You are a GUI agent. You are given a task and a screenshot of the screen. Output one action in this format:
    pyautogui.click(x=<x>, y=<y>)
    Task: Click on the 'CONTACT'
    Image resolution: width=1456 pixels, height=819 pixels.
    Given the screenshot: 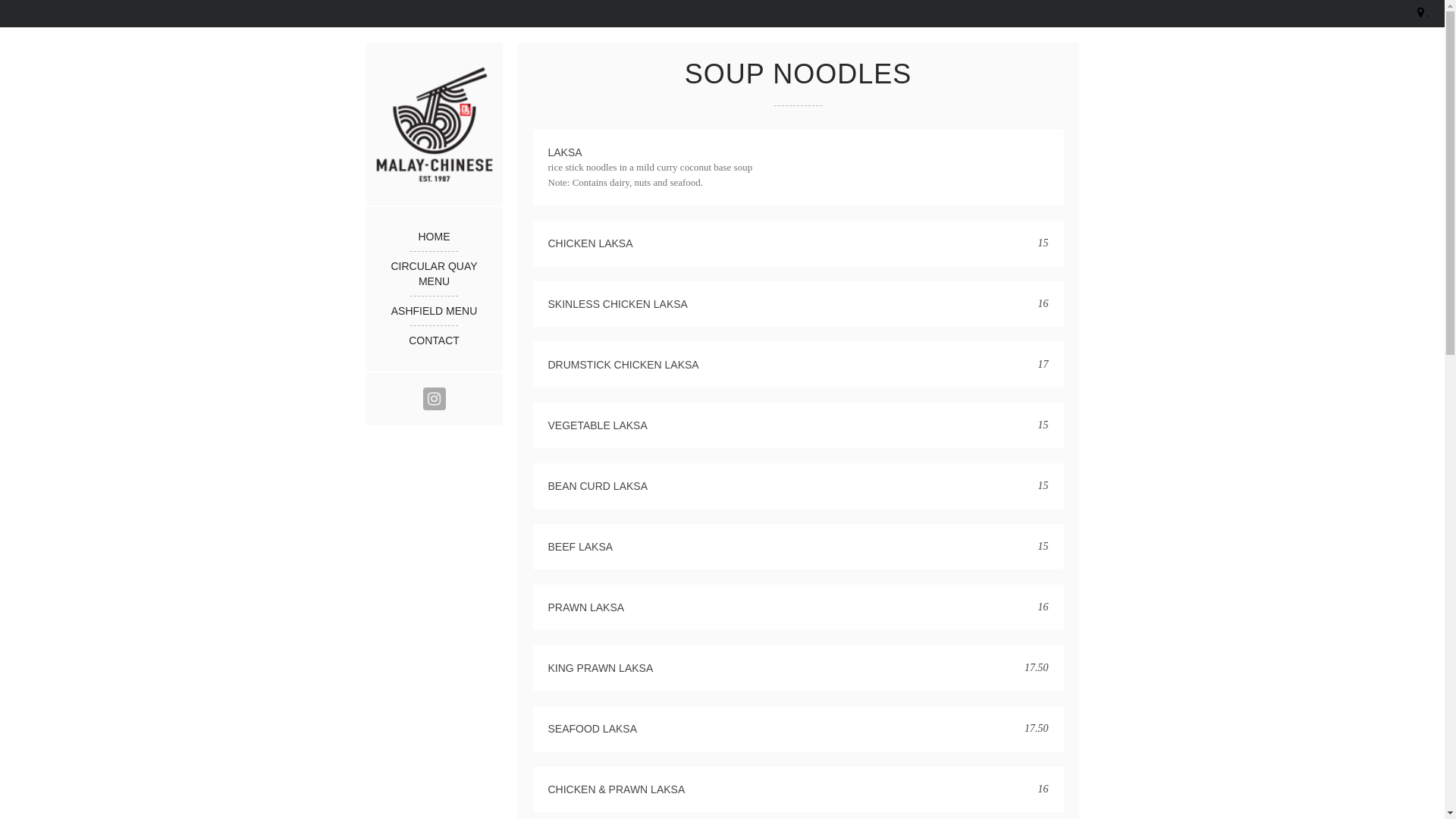 What is the action you would take?
    pyautogui.click(x=432, y=339)
    